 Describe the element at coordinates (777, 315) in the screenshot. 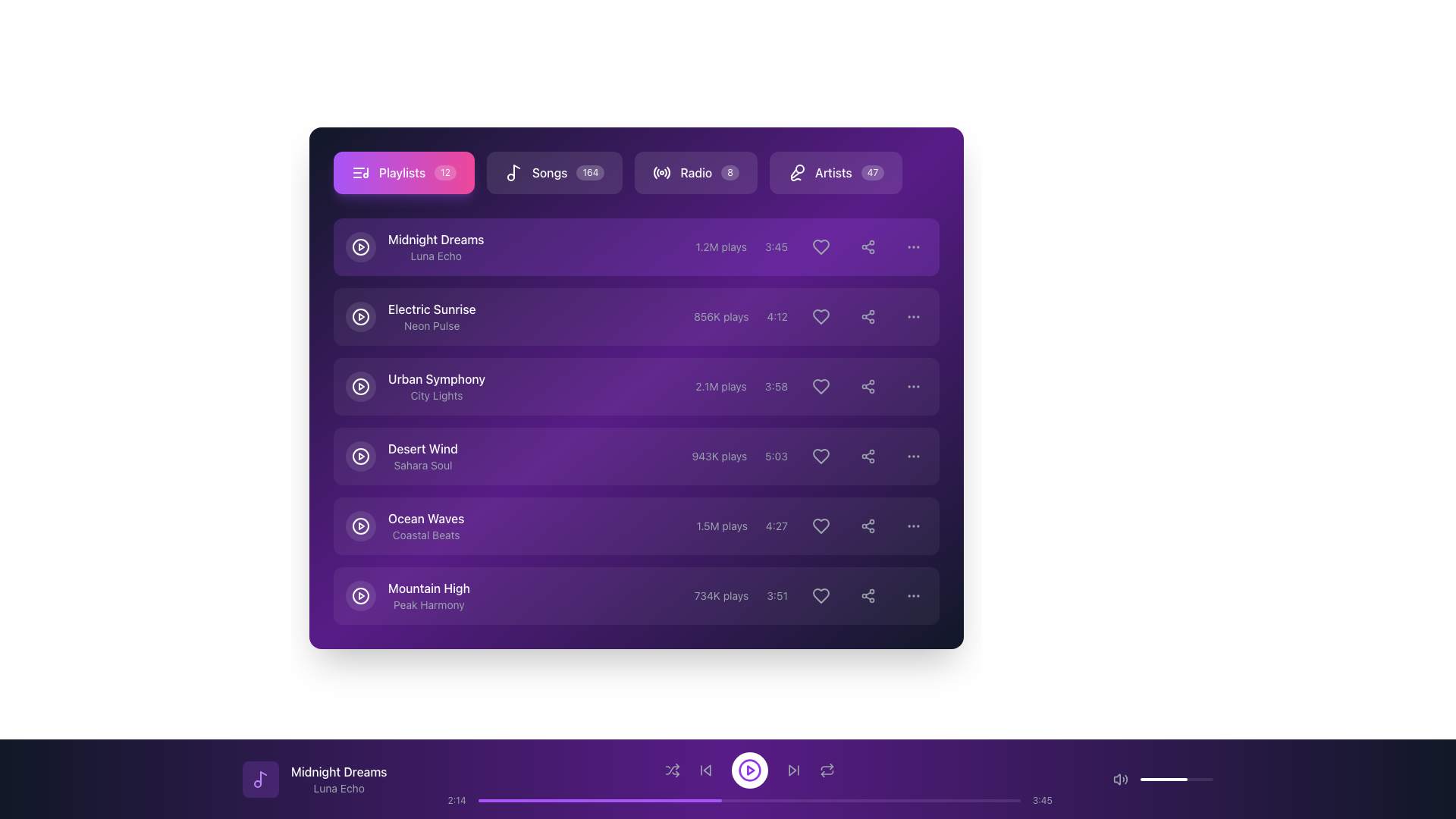

I see `the text label indicating the duration of a song or audio track, which is located to the right of '856K plays' in the second row of the playlist` at that location.